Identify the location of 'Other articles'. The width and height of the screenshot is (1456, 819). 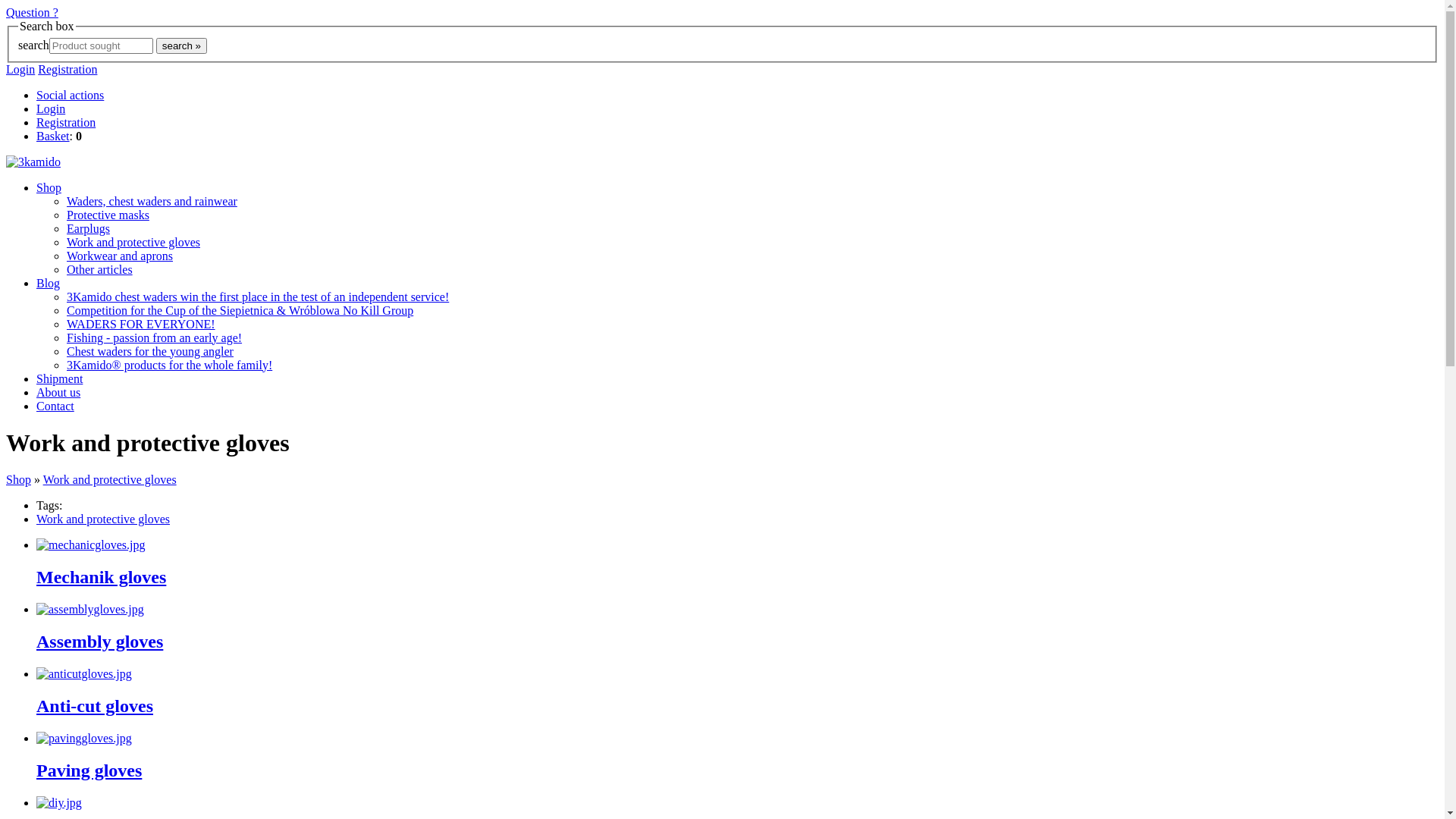
(99, 268).